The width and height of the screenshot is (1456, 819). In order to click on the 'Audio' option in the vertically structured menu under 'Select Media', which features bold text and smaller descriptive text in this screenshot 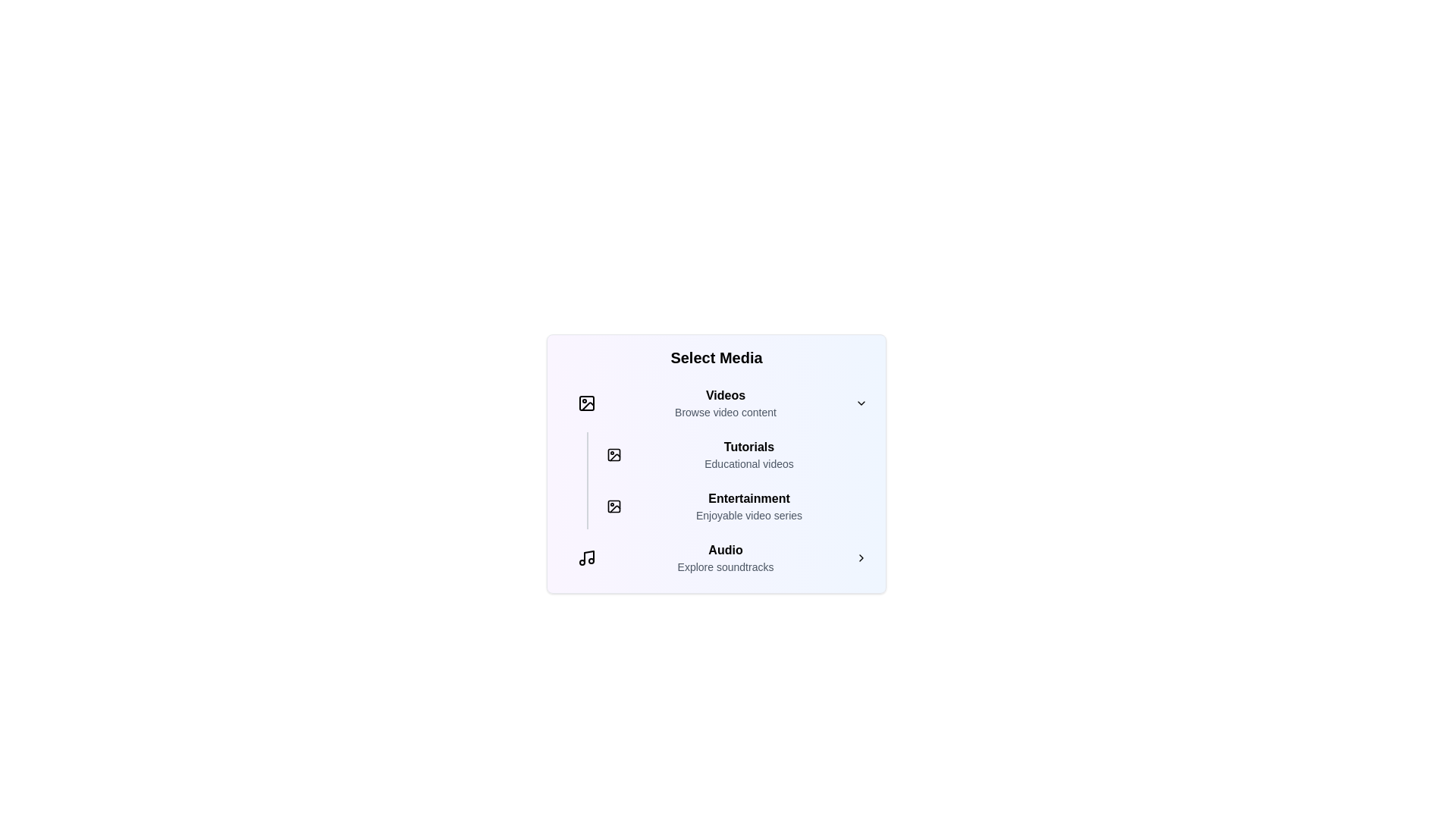, I will do `click(724, 558)`.